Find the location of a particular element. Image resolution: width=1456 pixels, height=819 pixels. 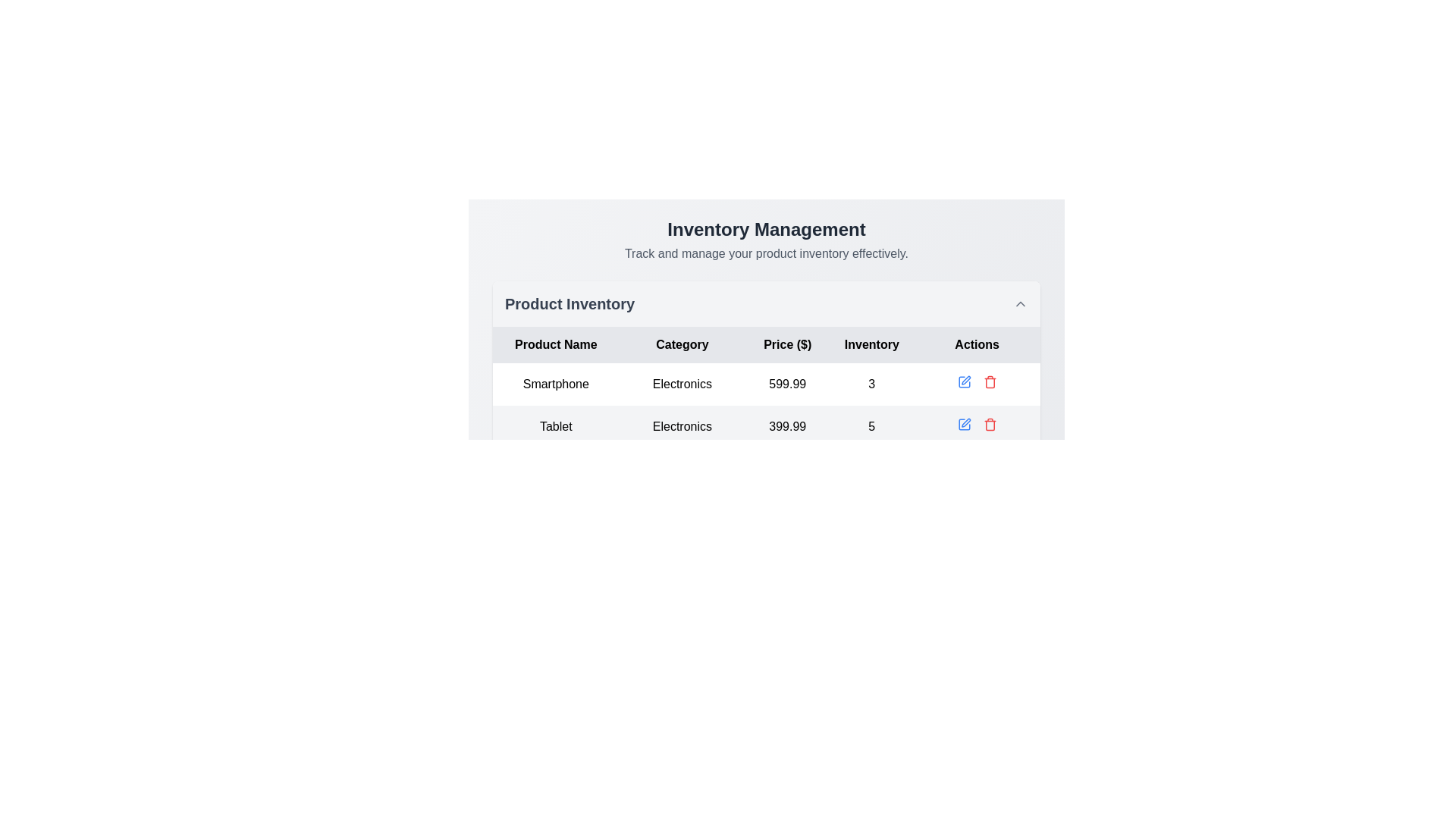

the text label displaying 'Actions', which is the fifth column header in the table, positioned to the far right of the header row is located at coordinates (977, 345).